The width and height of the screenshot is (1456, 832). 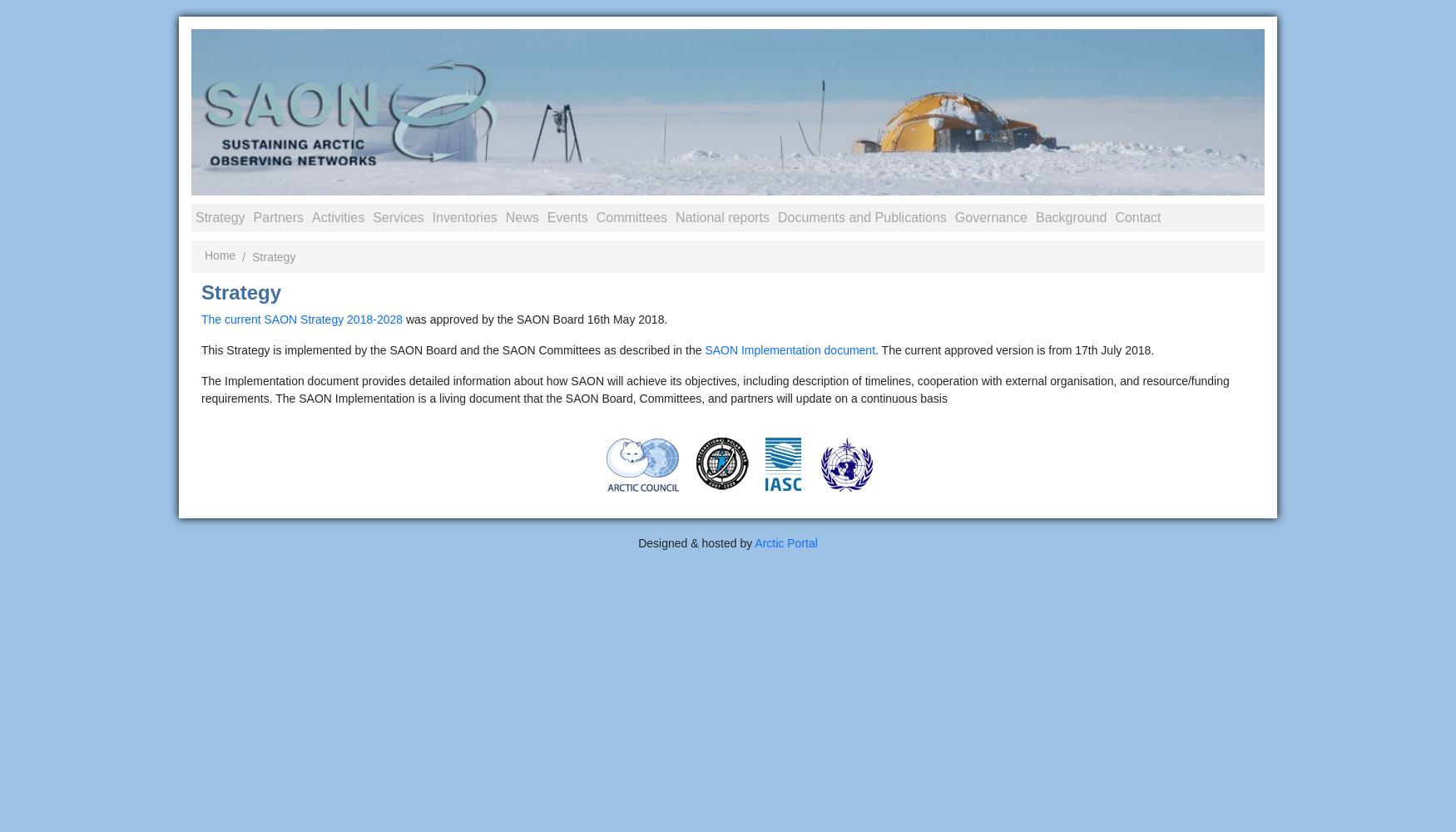 I want to click on 'Activities', so click(x=337, y=216).